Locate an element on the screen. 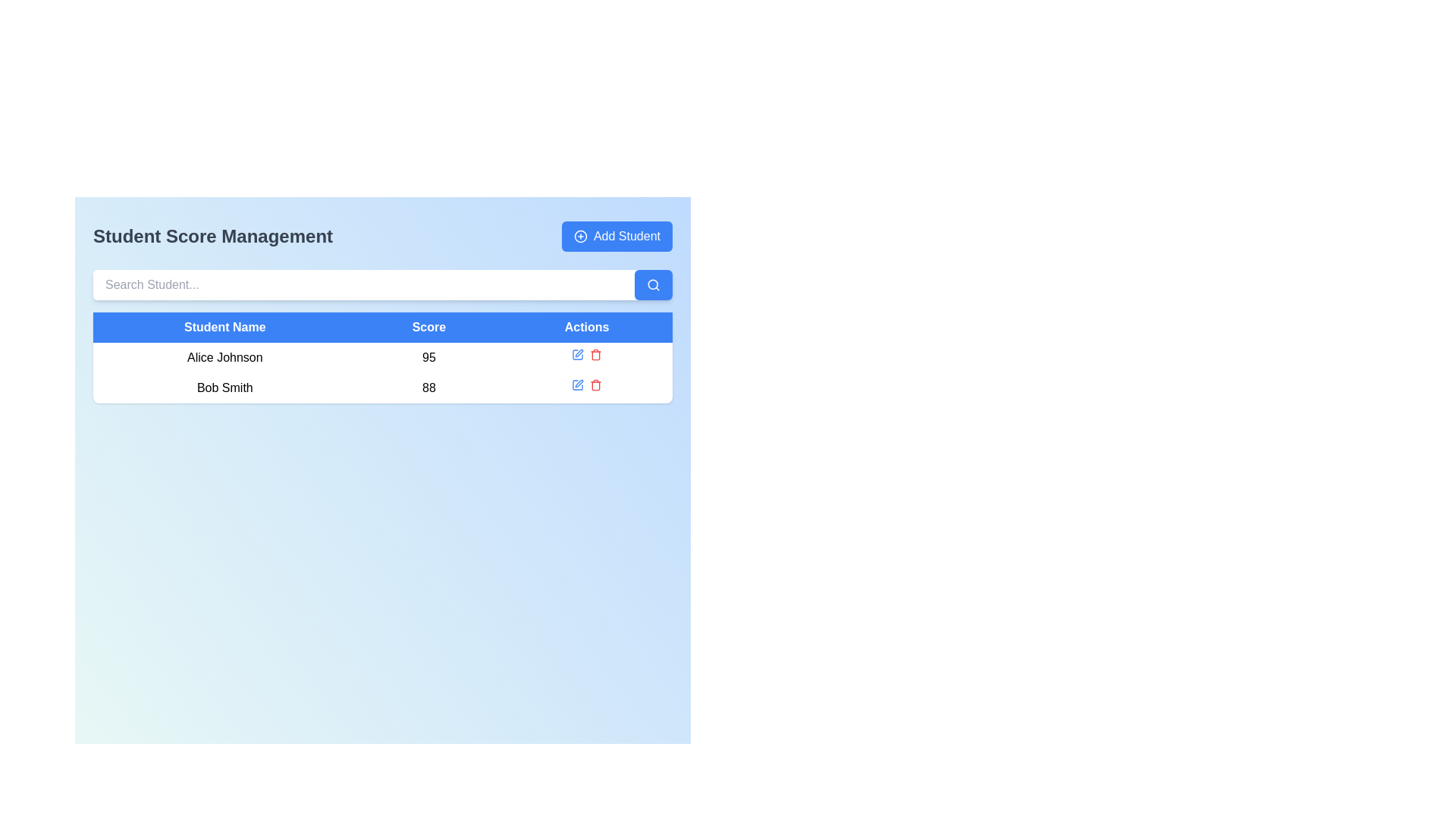 This screenshot has height=819, width=1456. the blue editing icon/button located in the 'Actions' column for the student 'Alice Johnson' to initiate the edit action is located at coordinates (577, 354).